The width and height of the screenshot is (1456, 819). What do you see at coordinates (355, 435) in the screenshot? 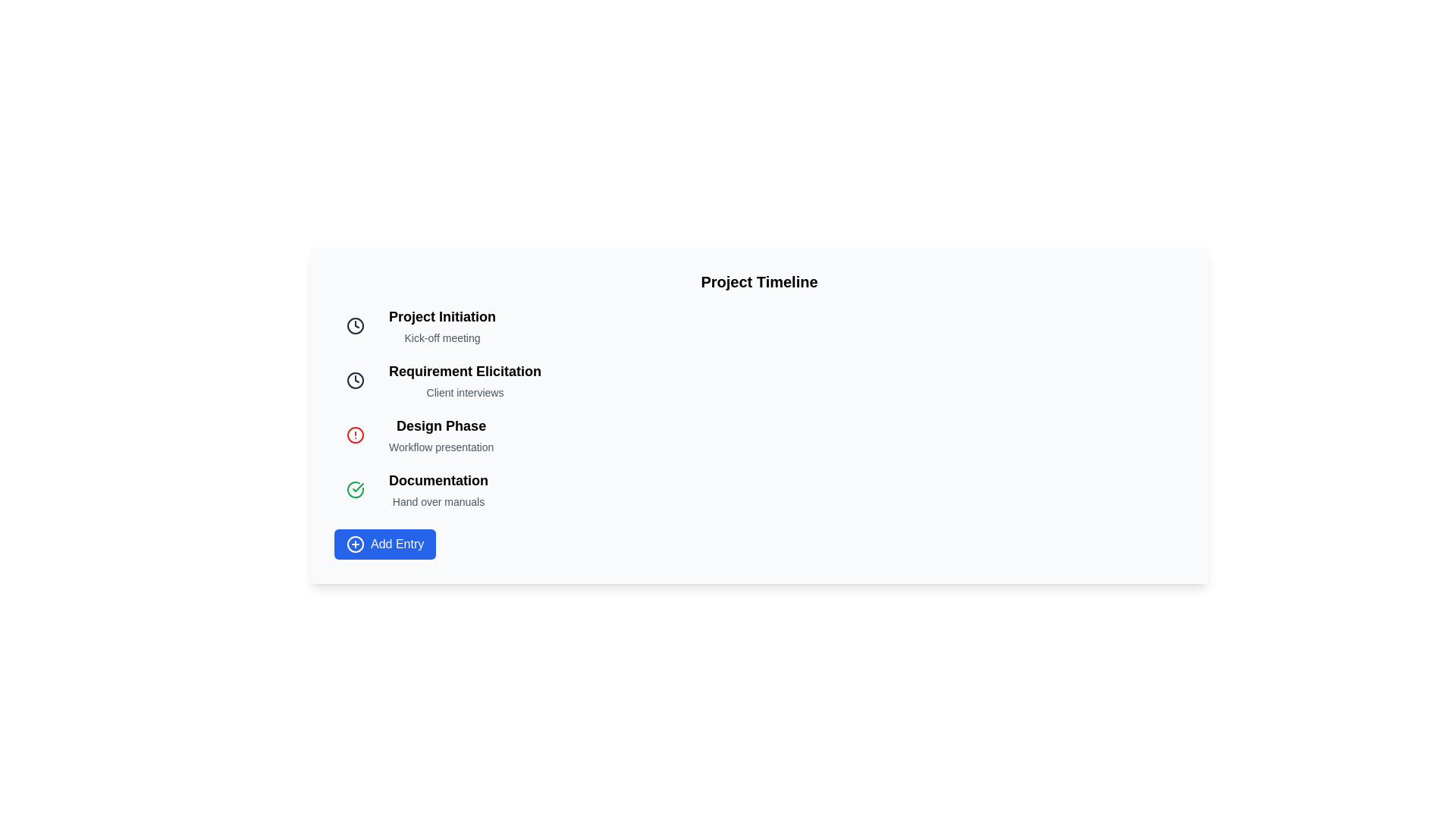
I see `the warning or alert icon located in the third row of the 'Project Timeline' section, next to the 'Design Phase' text` at bounding box center [355, 435].